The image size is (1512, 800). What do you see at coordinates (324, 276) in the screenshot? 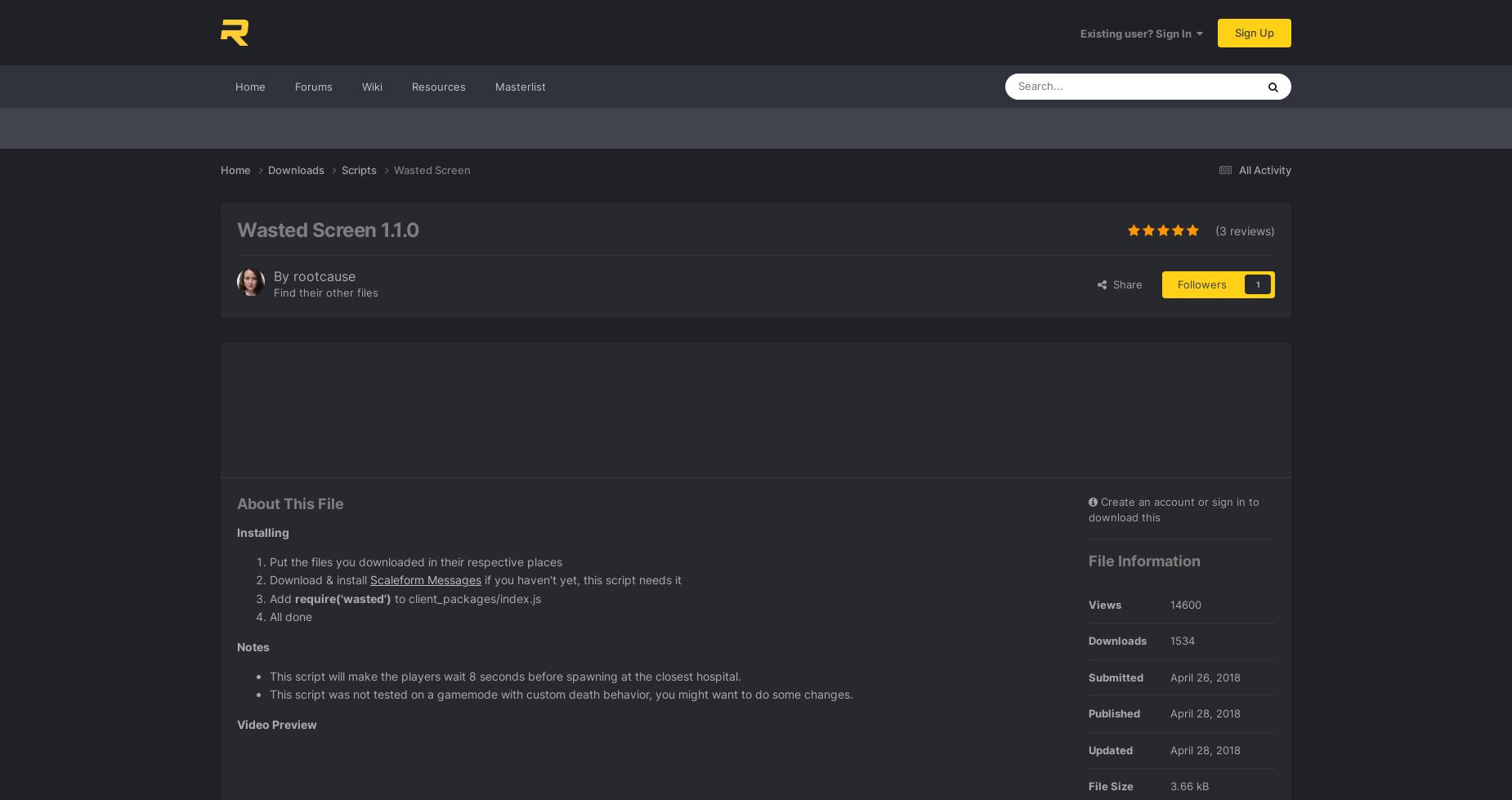
I see `'rootcause'` at bounding box center [324, 276].